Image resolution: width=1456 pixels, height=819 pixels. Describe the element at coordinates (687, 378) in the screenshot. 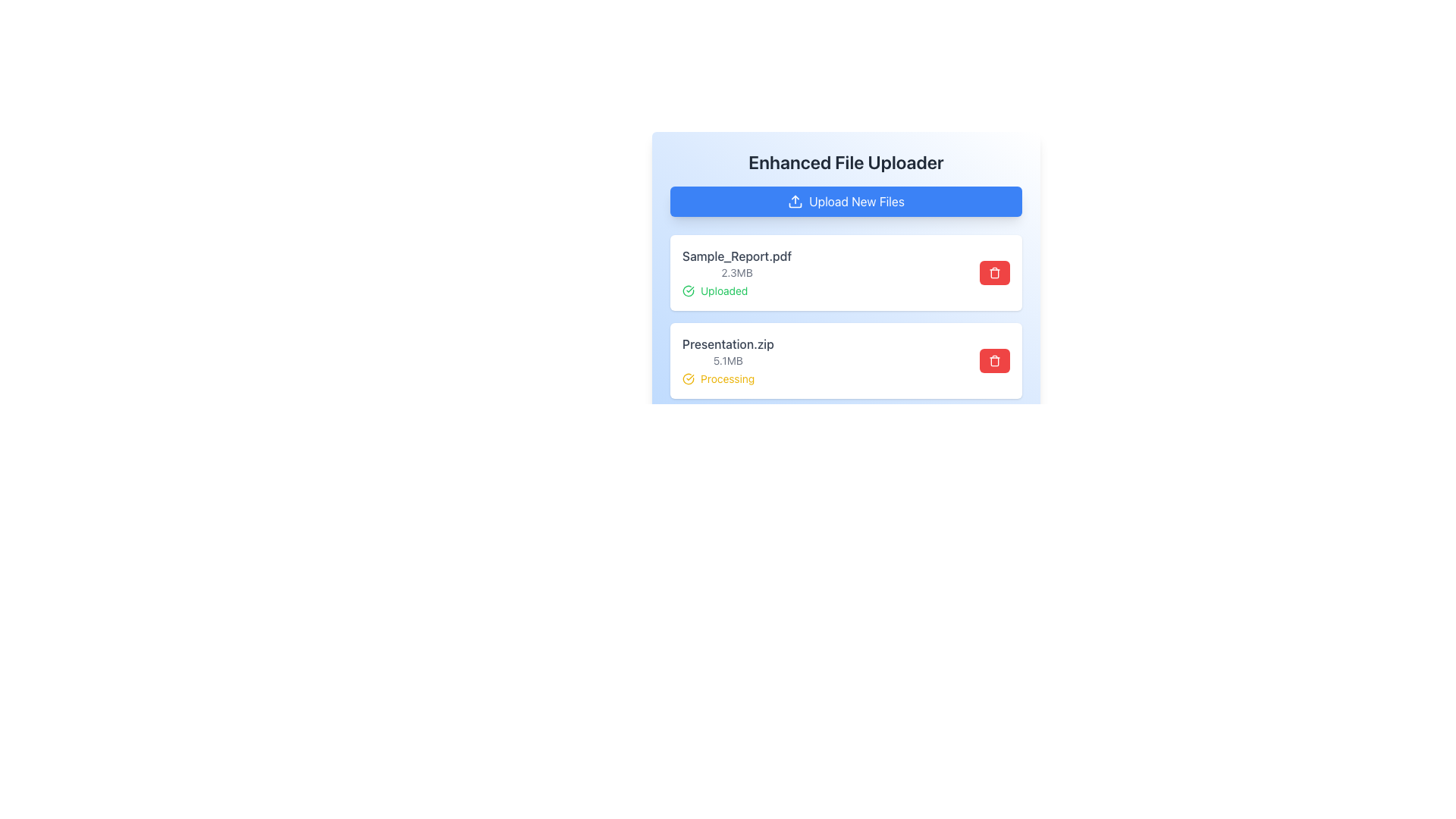

I see `the small circular yellow icon with a checkmark adjacent to the text 'Processing' in the second file row by moving the cursor to its center point` at that location.